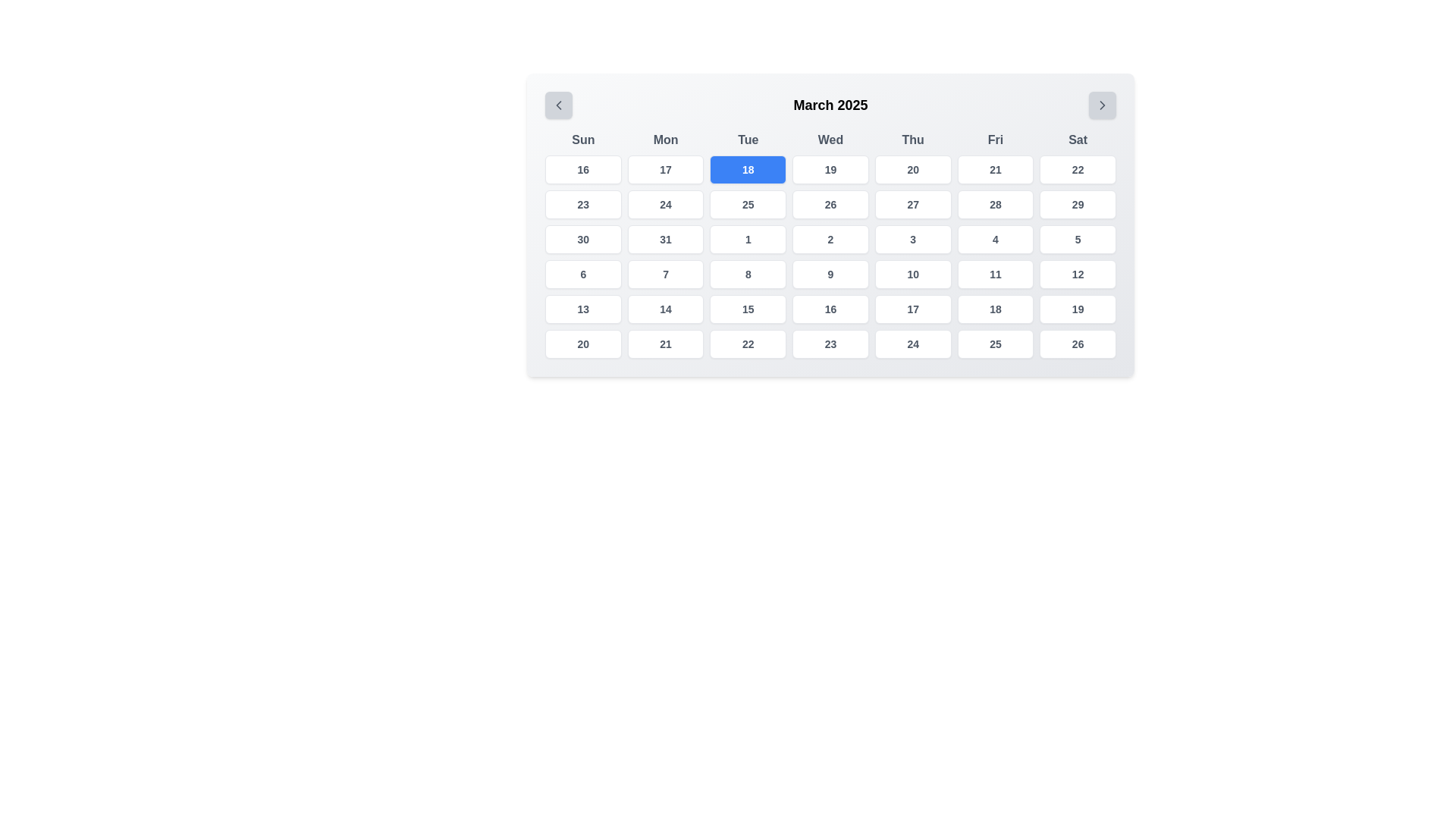 The image size is (1456, 819). Describe the element at coordinates (830, 275) in the screenshot. I see `the Calendar Date Button representing the '9th' day of the month, located in the fourth row under the 'Wed' column header` at that location.